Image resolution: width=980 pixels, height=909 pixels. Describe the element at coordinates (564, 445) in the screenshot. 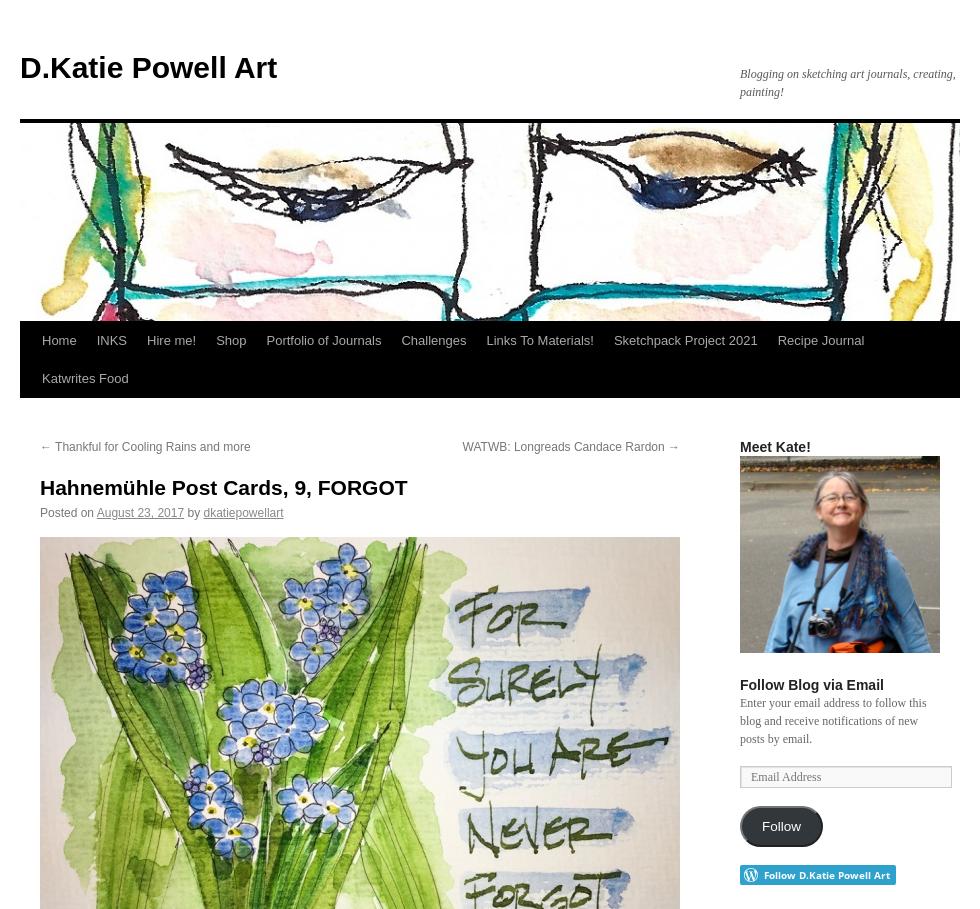

I see `'WATWB: Longreads Candace Rardon'` at that location.